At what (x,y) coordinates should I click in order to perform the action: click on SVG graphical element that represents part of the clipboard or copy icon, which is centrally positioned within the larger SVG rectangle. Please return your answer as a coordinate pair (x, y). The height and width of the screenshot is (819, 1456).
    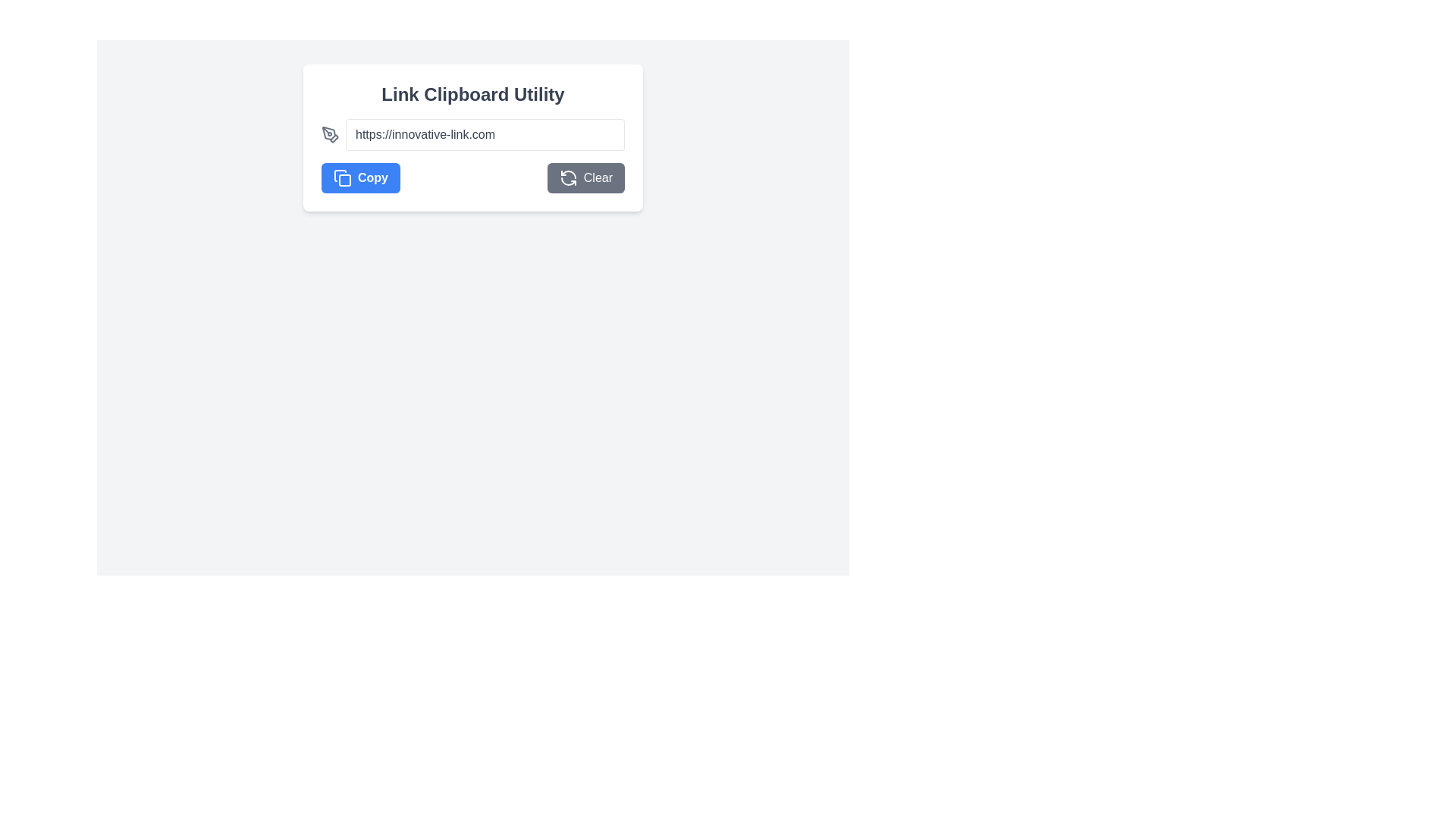
    Looking at the image, I should click on (344, 180).